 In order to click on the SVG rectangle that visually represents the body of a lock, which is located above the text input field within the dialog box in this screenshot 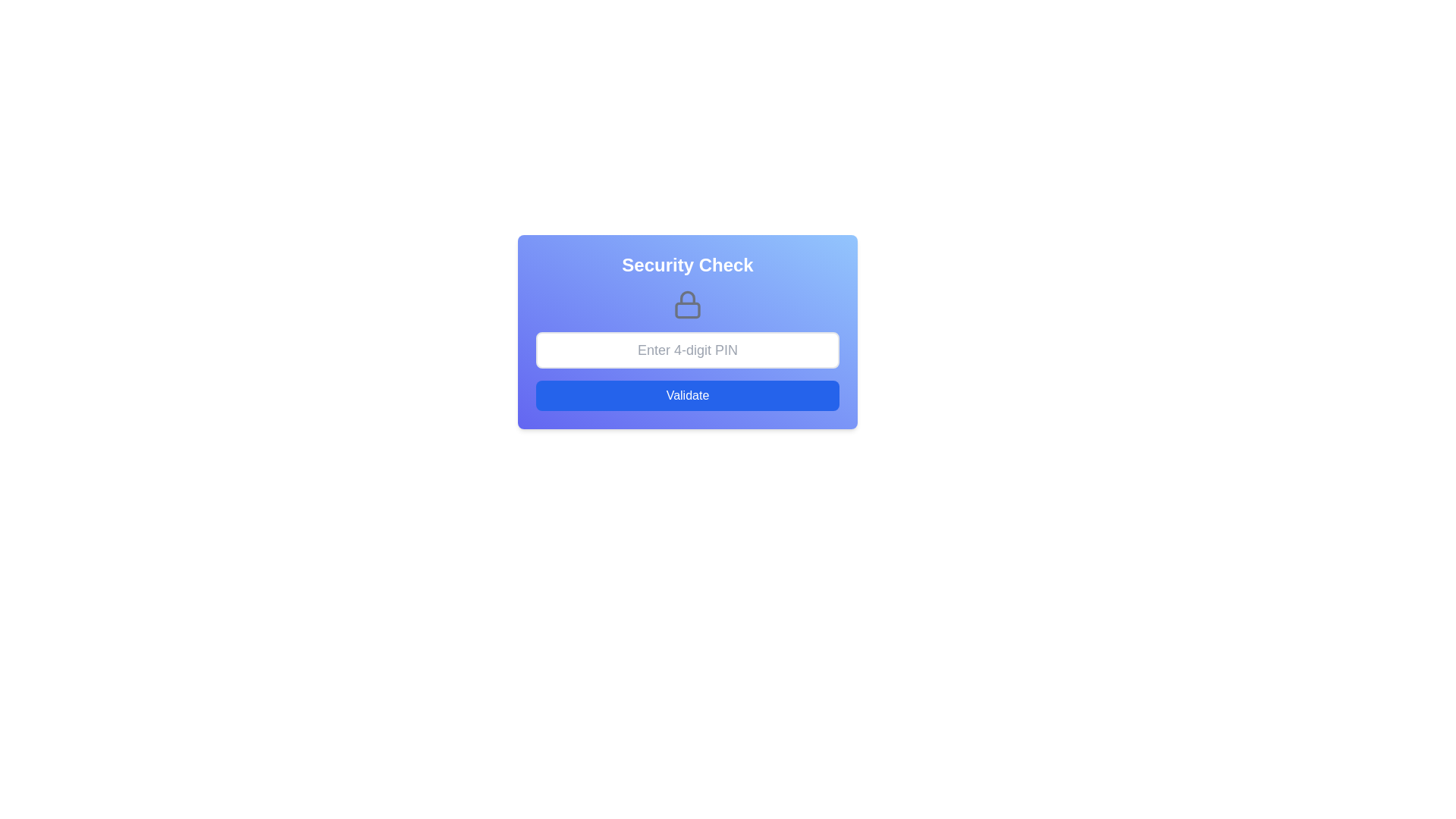, I will do `click(687, 309)`.